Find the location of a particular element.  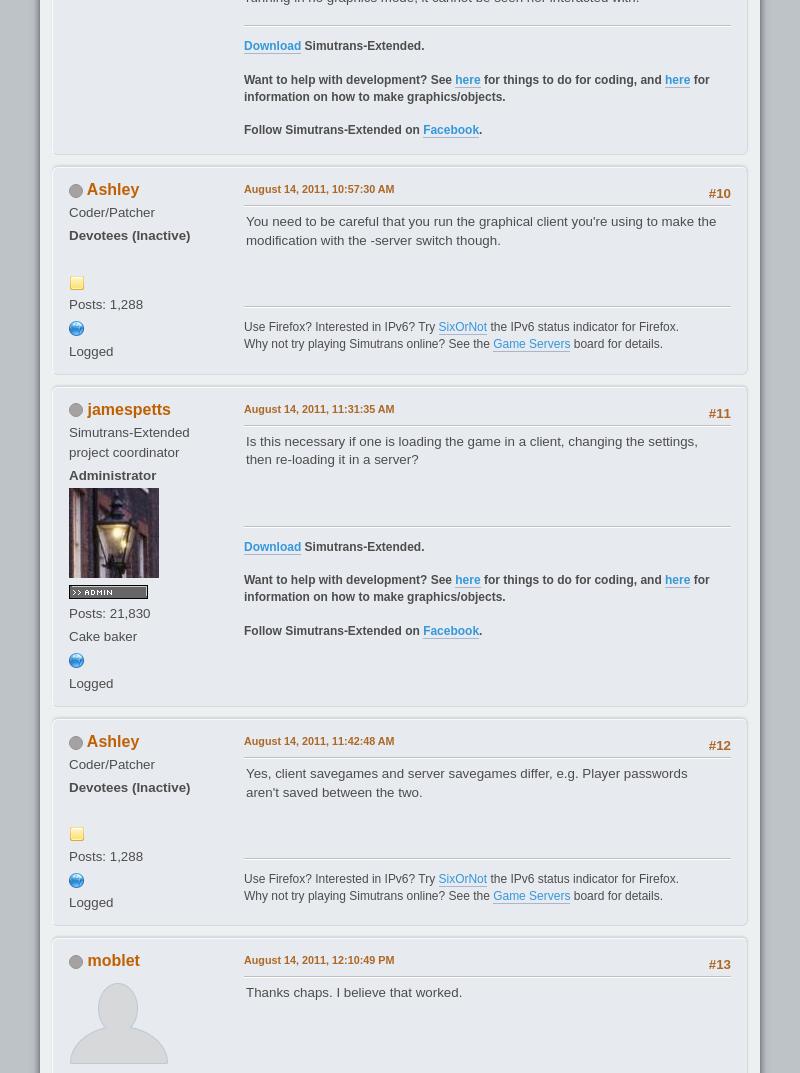

'jamespetts' is located at coordinates (86, 407).